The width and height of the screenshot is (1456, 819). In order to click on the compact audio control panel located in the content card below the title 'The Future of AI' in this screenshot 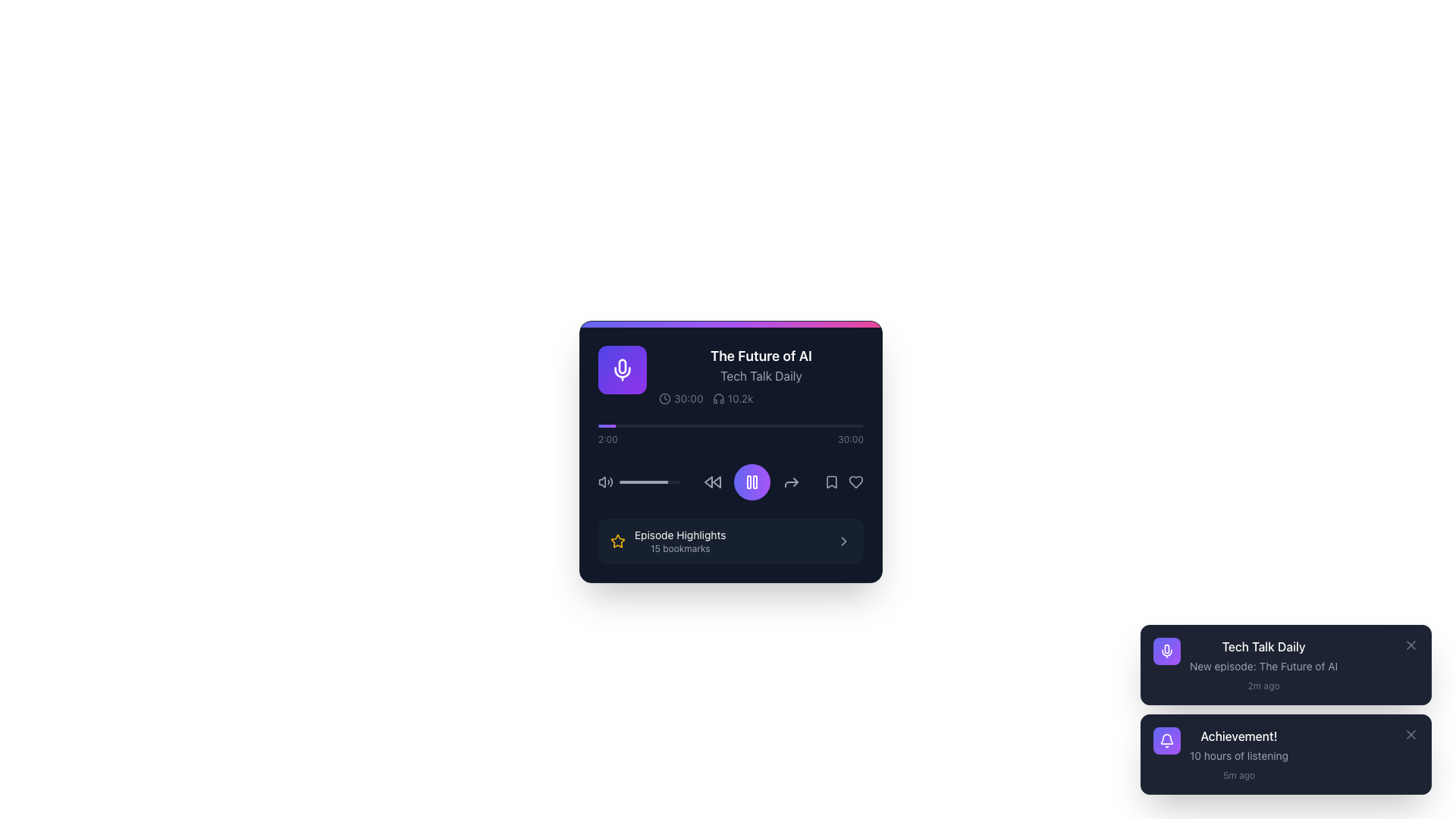, I will do `click(731, 482)`.